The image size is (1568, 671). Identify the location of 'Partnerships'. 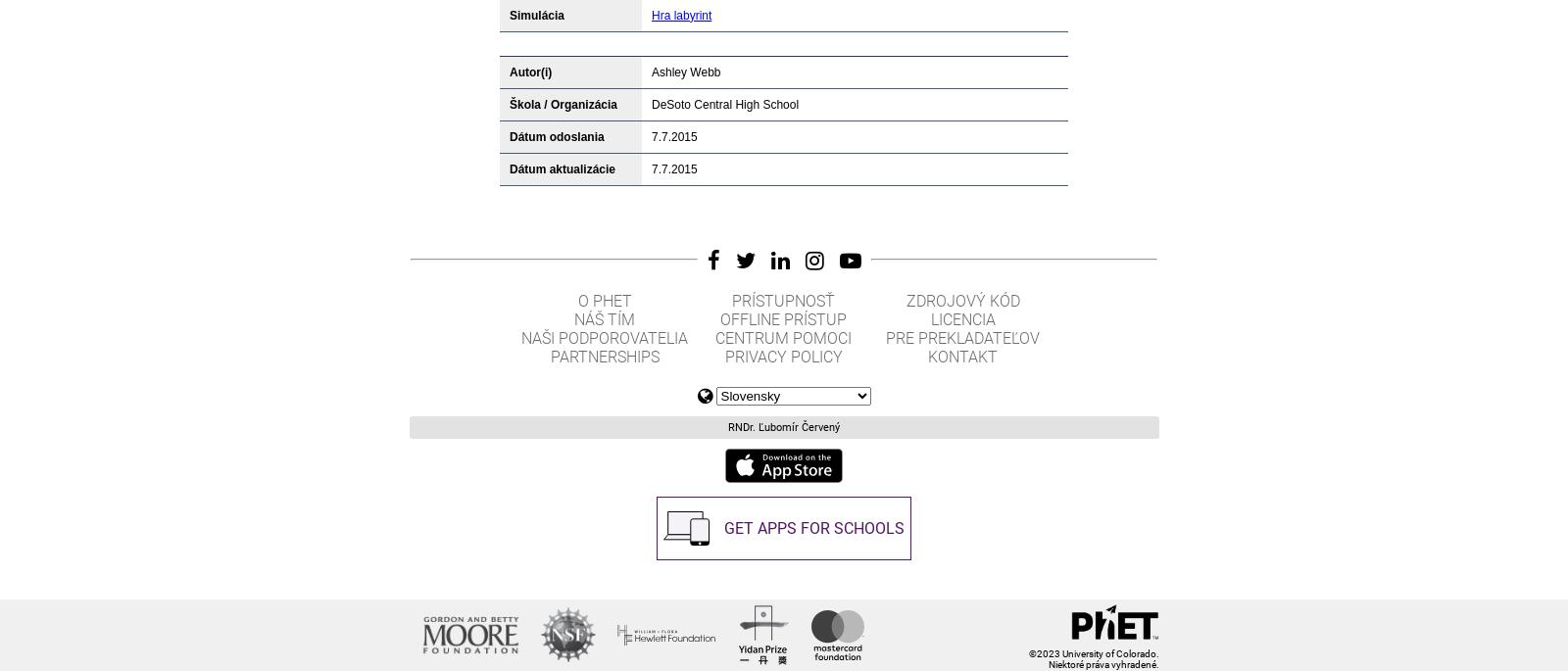
(604, 356).